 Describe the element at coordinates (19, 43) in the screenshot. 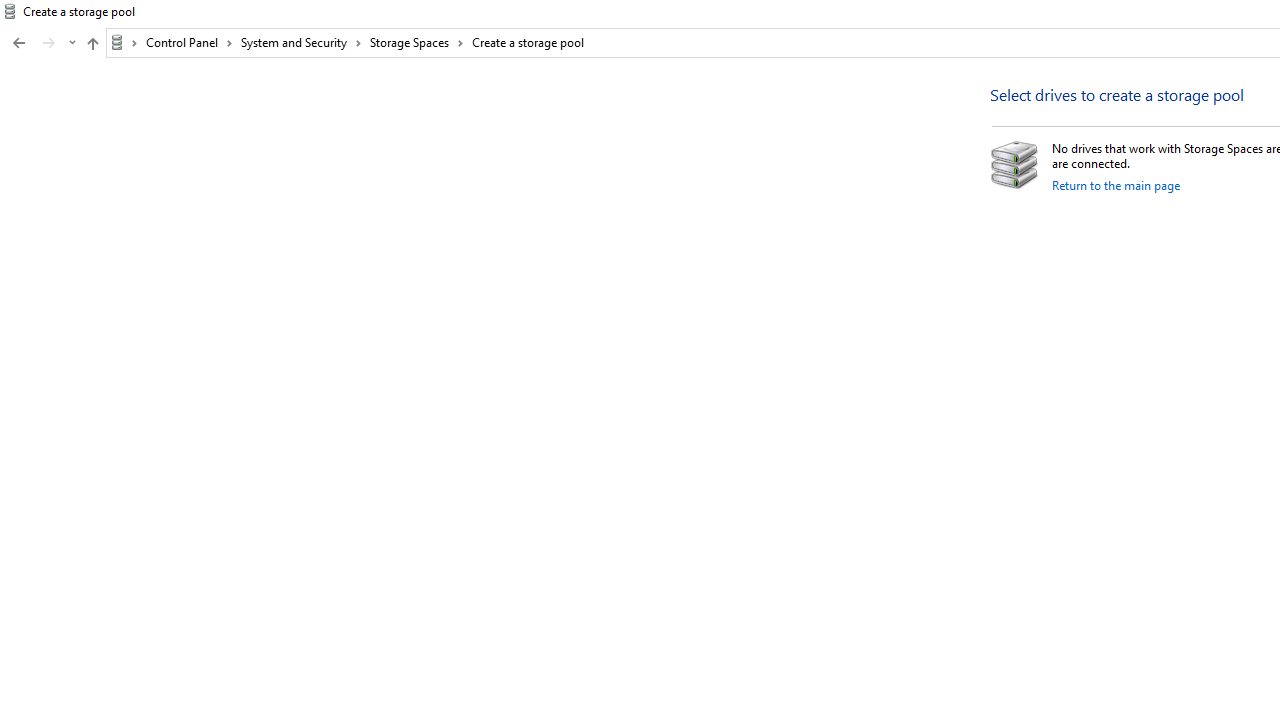

I see `'Back to Storage Spaces (Alt + Left Arrow)'` at that location.